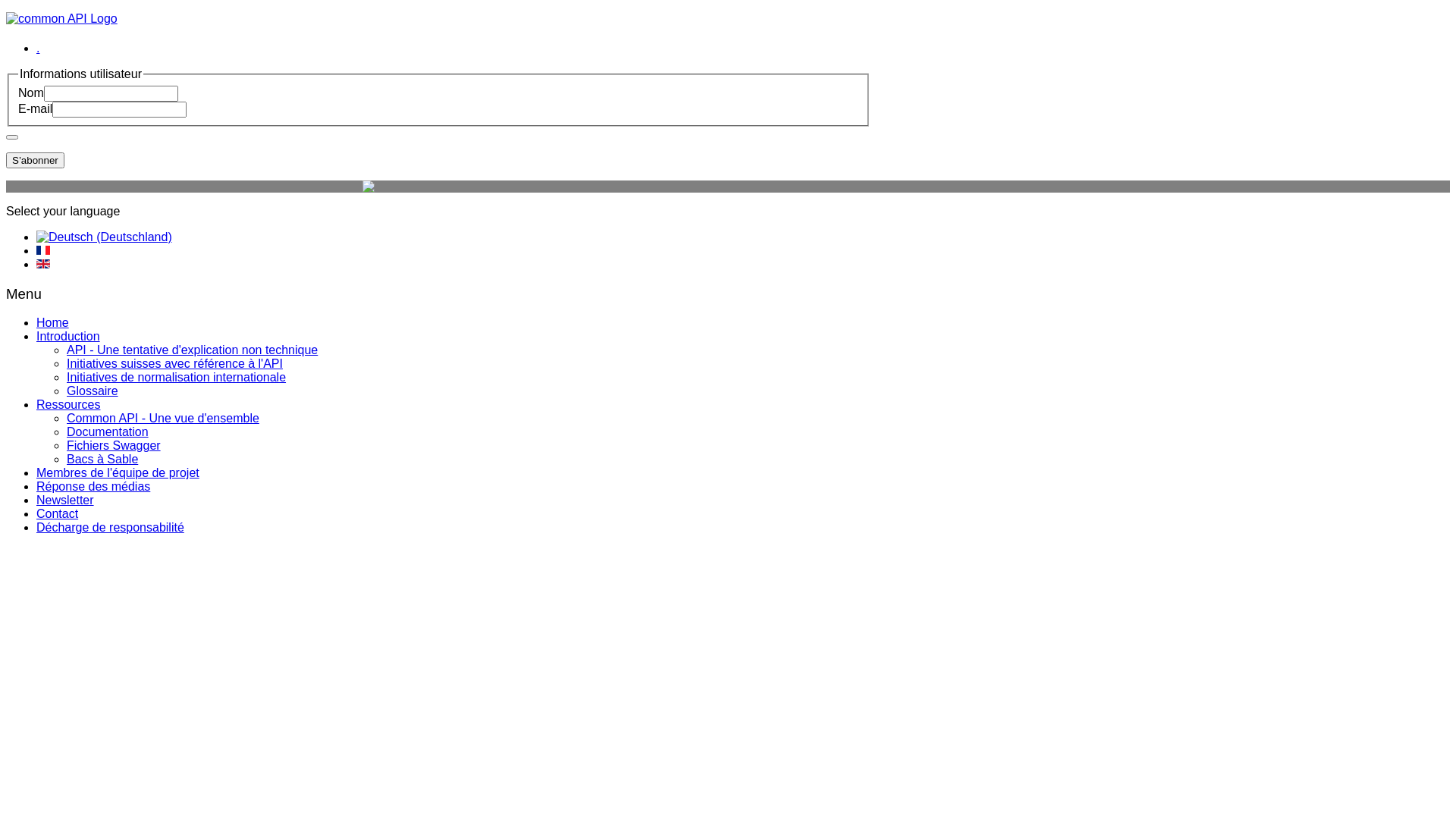 Image resolution: width=1456 pixels, height=819 pixels. I want to click on 'Initiatives de normalisation internationale', so click(176, 376).